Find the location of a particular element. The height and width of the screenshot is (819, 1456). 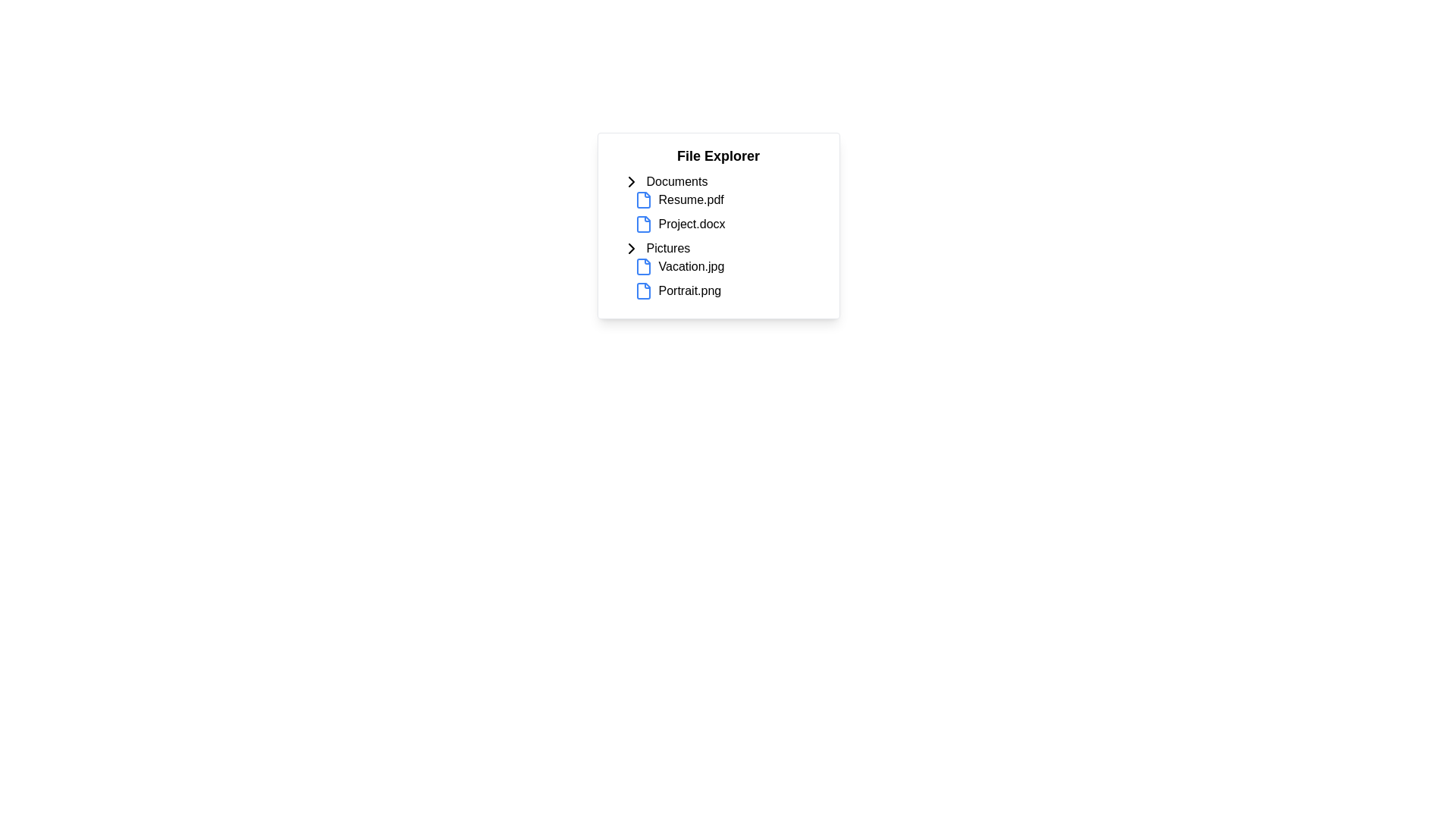

the document file icon, which is a blue graphical representation of a paper sheet located in the 'Documents' section of the file explorer interface is located at coordinates (643, 199).